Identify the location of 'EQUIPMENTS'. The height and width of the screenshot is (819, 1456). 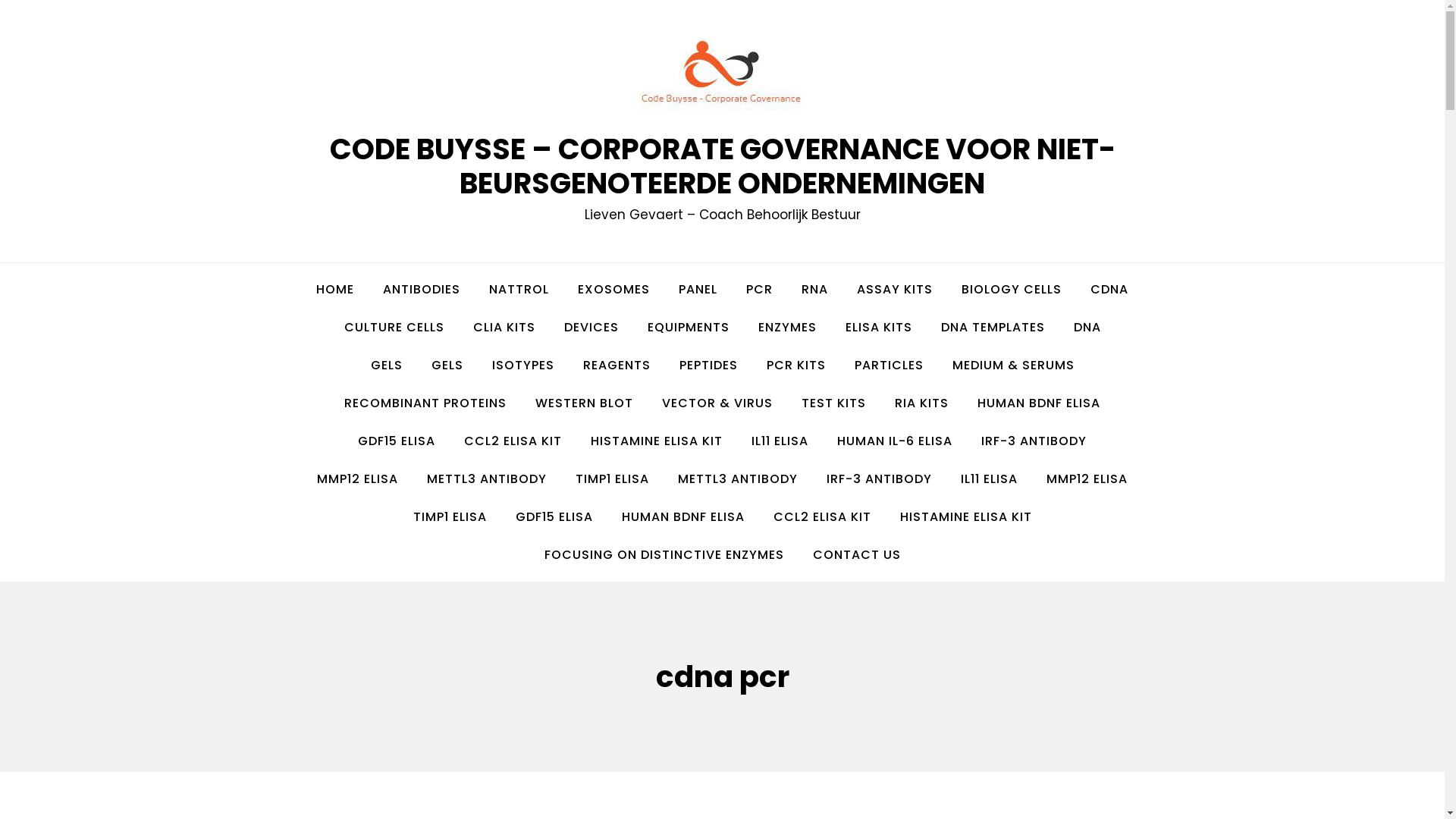
(687, 327).